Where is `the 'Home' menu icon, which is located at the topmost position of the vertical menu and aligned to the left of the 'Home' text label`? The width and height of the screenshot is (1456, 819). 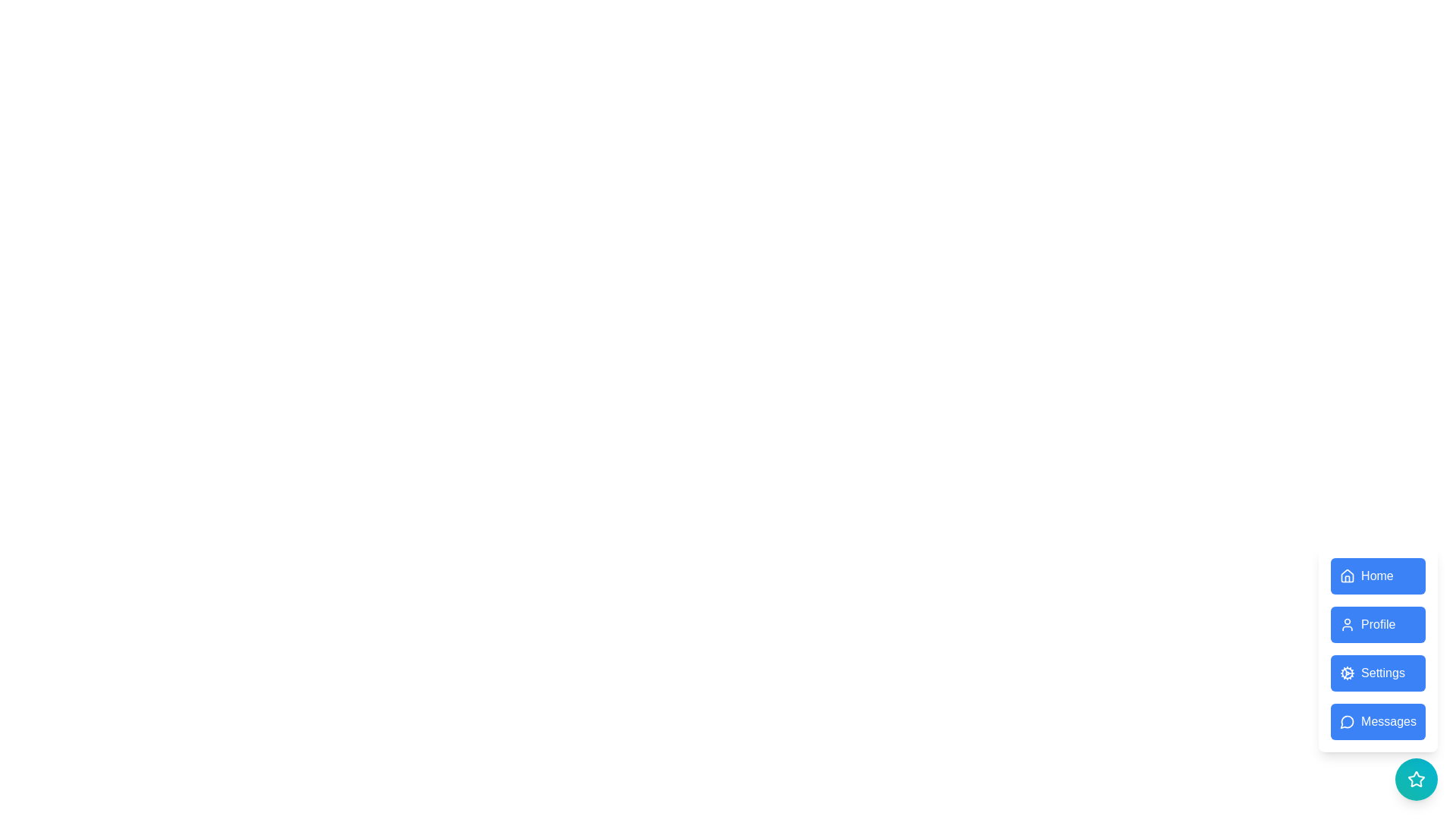
the 'Home' menu icon, which is located at the topmost position of the vertical menu and aligned to the left of the 'Home' text label is located at coordinates (1348, 576).